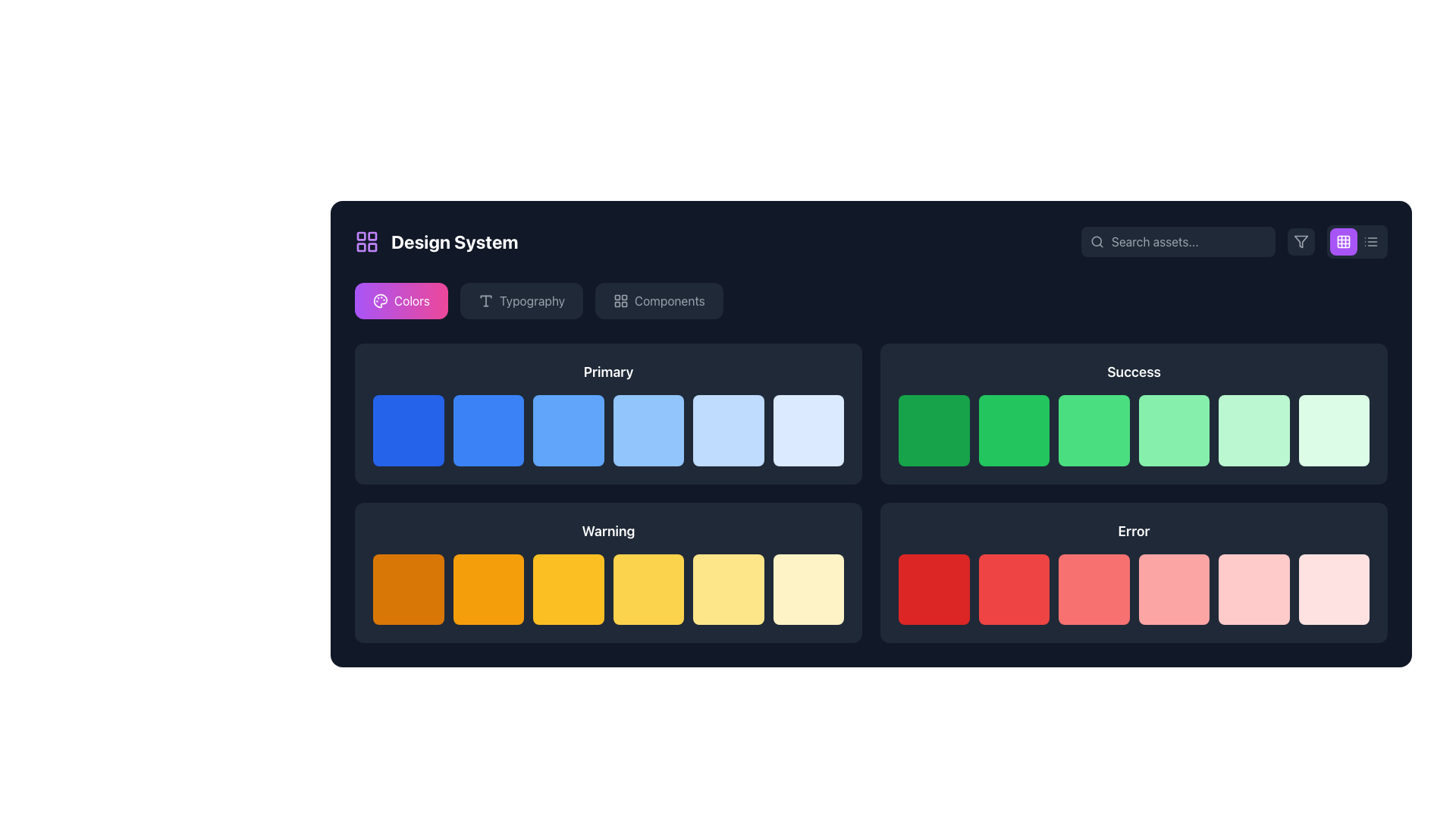  Describe the element at coordinates (381, 301) in the screenshot. I see `color palette icon located in the upper left section of the interface, which is part of the 'Colors' button, positioned to the left of 'Typography' and 'Components.'` at that location.